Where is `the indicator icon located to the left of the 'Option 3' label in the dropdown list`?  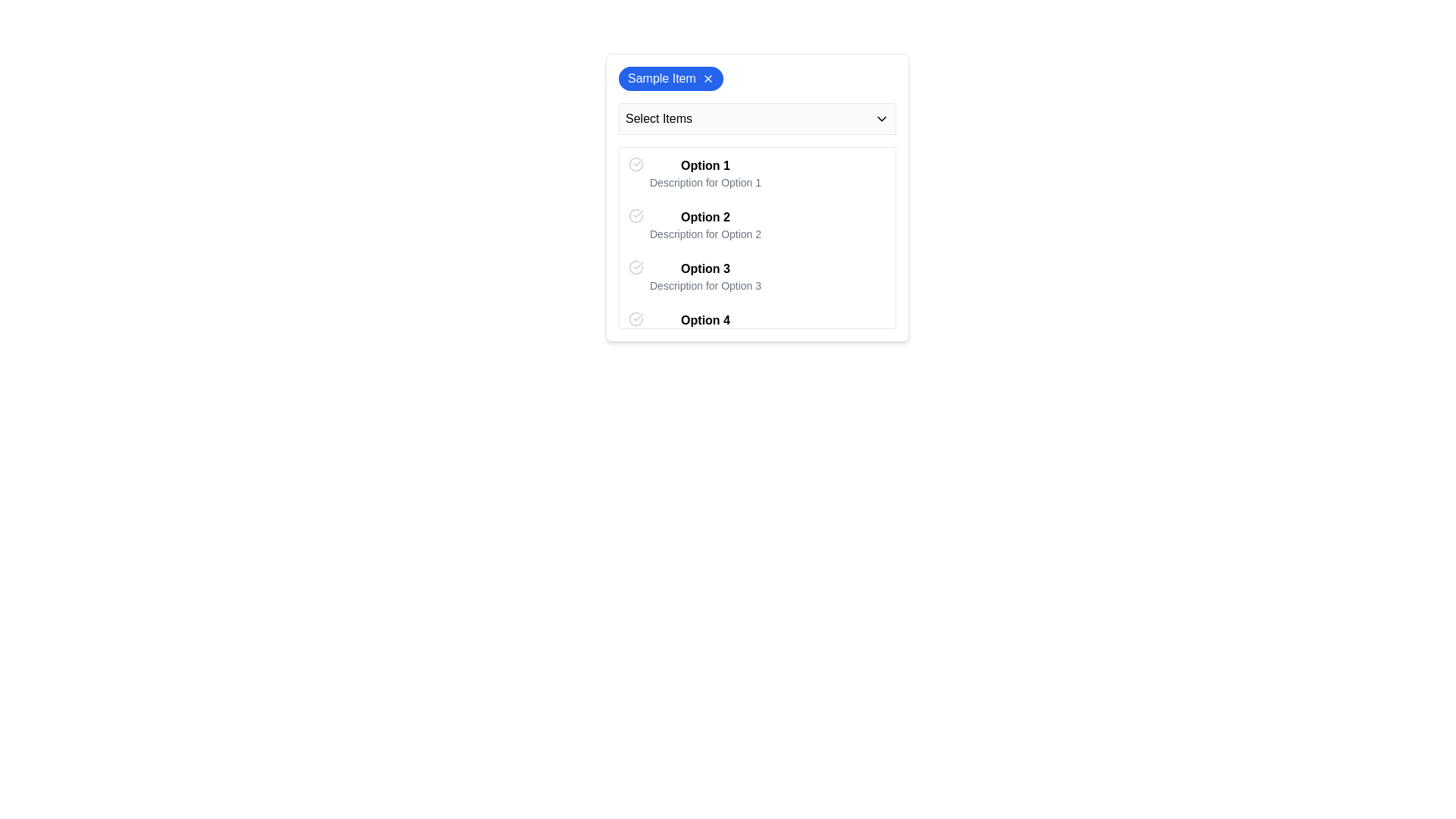
the indicator icon located to the left of the 'Option 3' label in the dropdown list is located at coordinates (636, 267).